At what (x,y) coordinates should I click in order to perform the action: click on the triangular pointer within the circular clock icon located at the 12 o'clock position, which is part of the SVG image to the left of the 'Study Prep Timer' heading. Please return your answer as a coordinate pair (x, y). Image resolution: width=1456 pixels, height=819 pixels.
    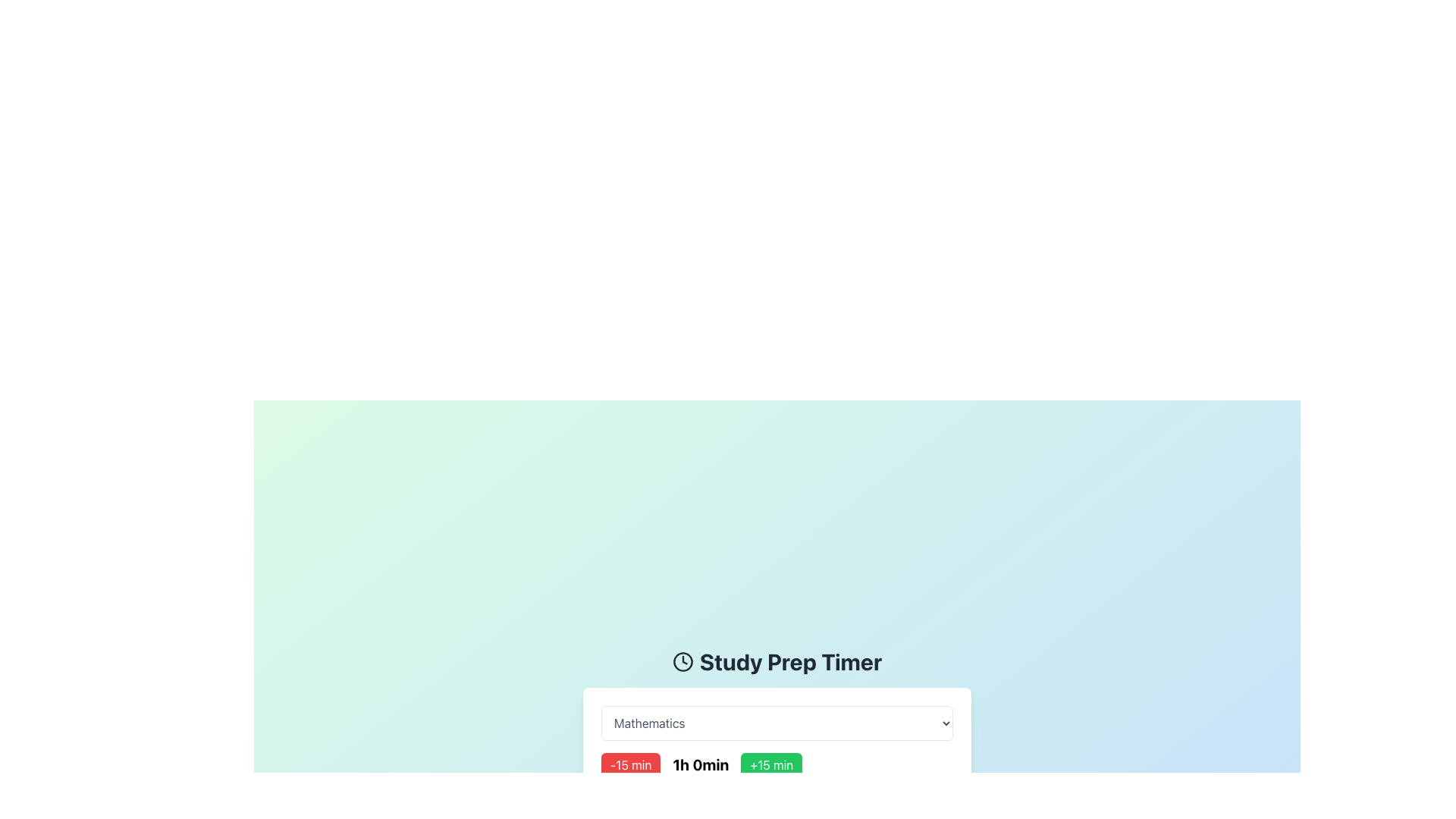
    Looking at the image, I should click on (683, 659).